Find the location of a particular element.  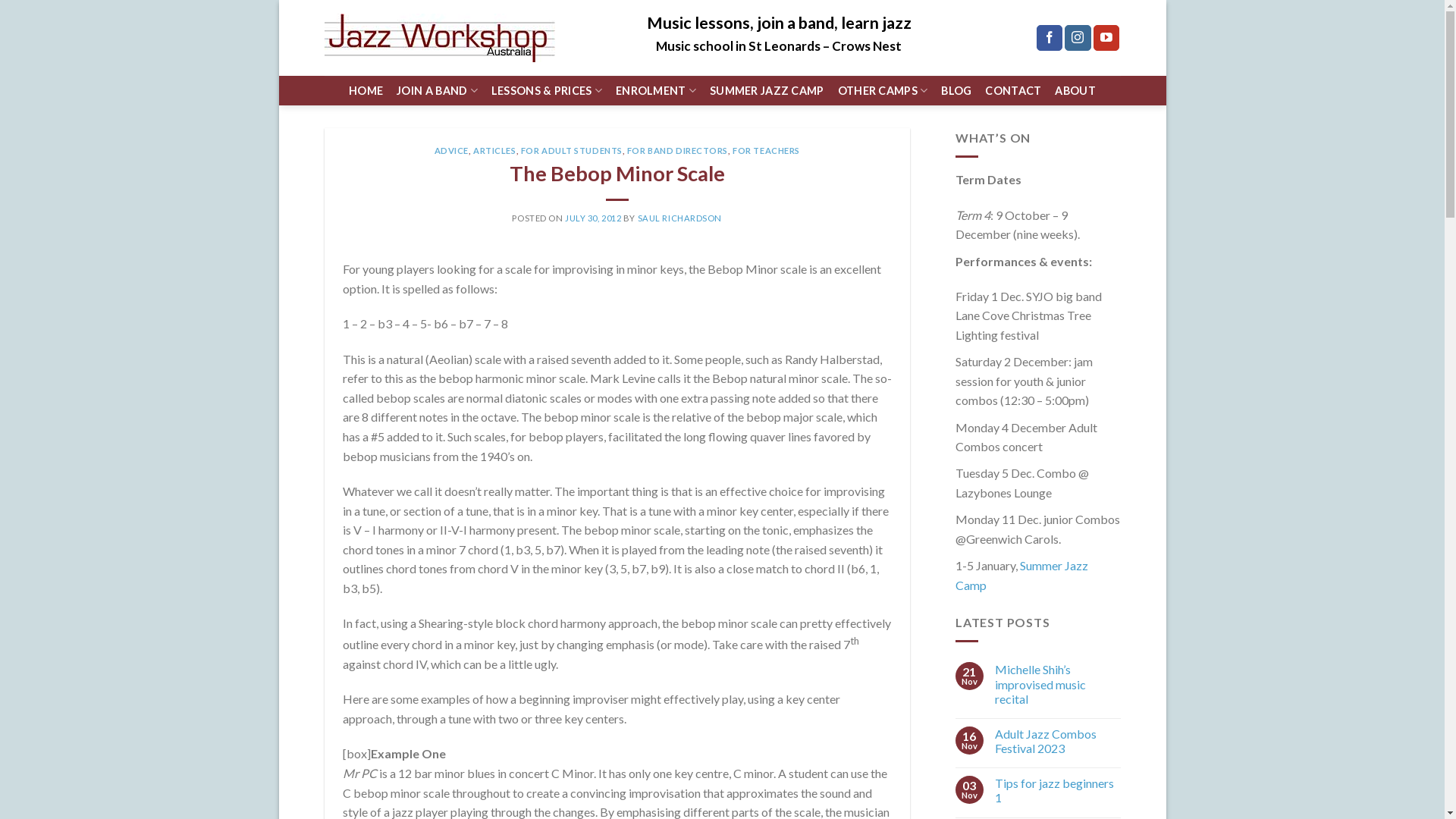

'BLOG' is located at coordinates (955, 90).